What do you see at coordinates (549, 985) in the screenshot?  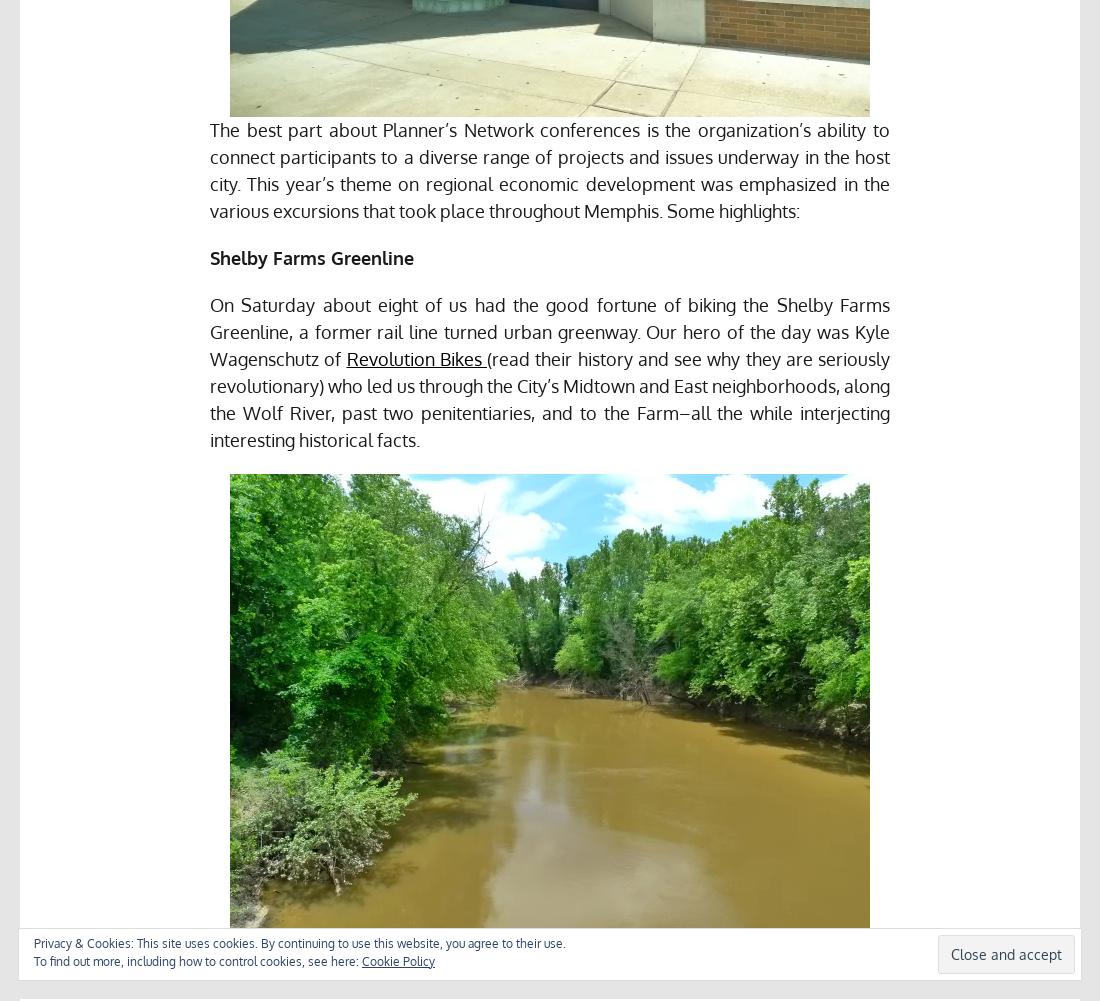 I see `'Wolf River, made famous by Jeff Buckley’s body.'` at bounding box center [549, 985].